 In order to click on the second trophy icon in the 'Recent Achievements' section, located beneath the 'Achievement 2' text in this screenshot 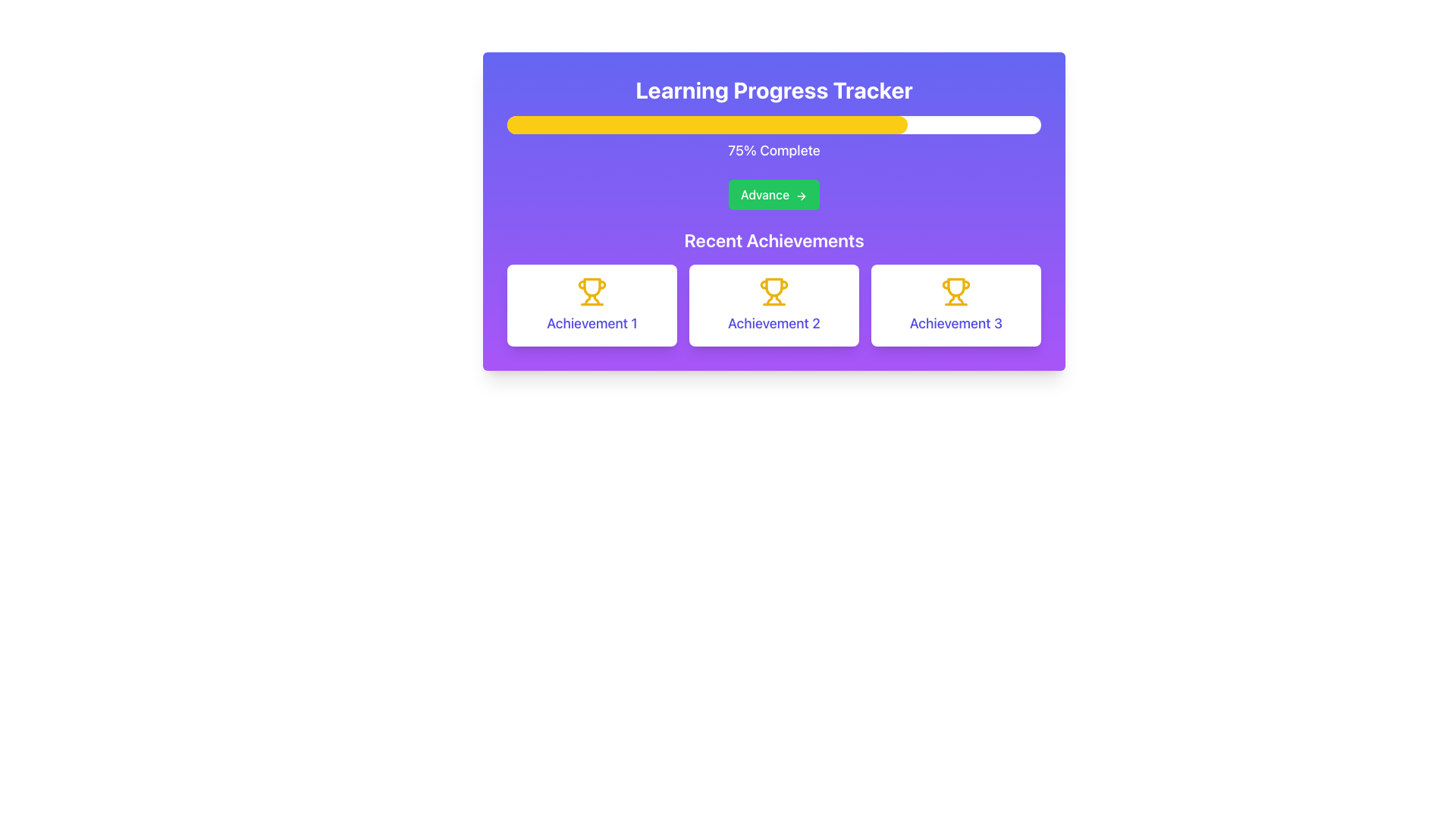, I will do `click(774, 287)`.